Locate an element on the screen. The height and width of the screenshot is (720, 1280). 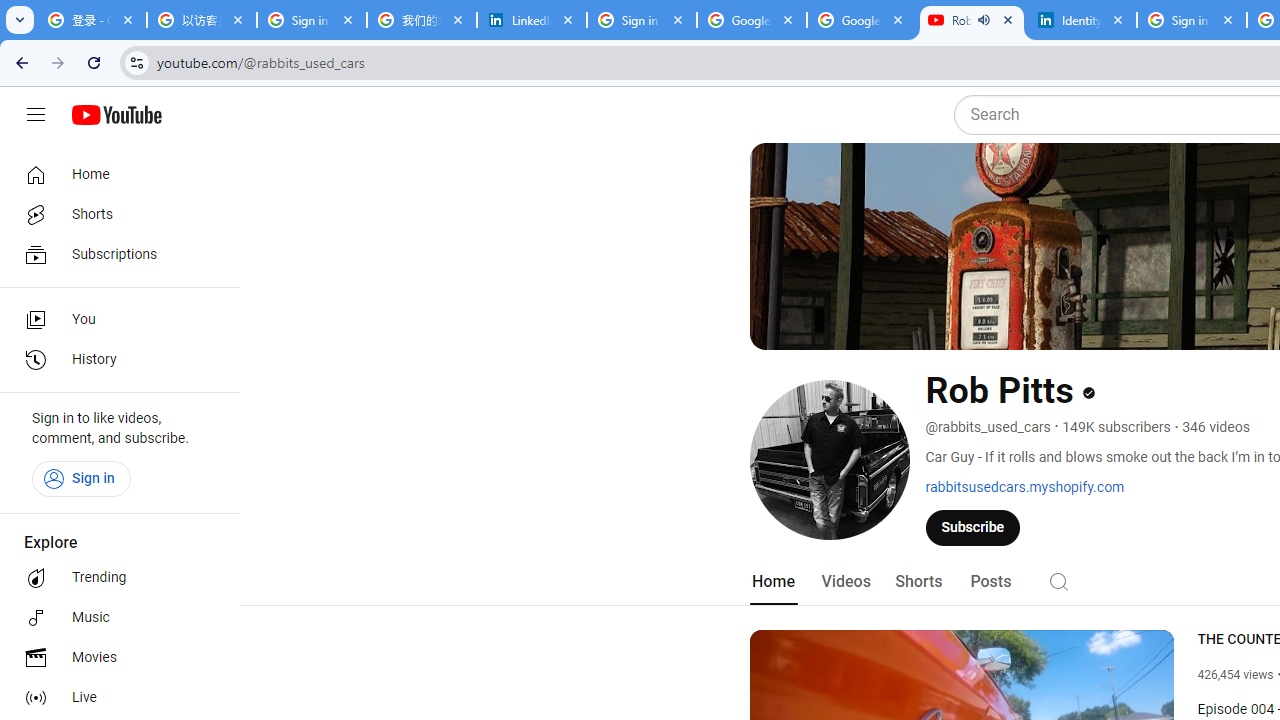
'Guide' is located at coordinates (35, 115).